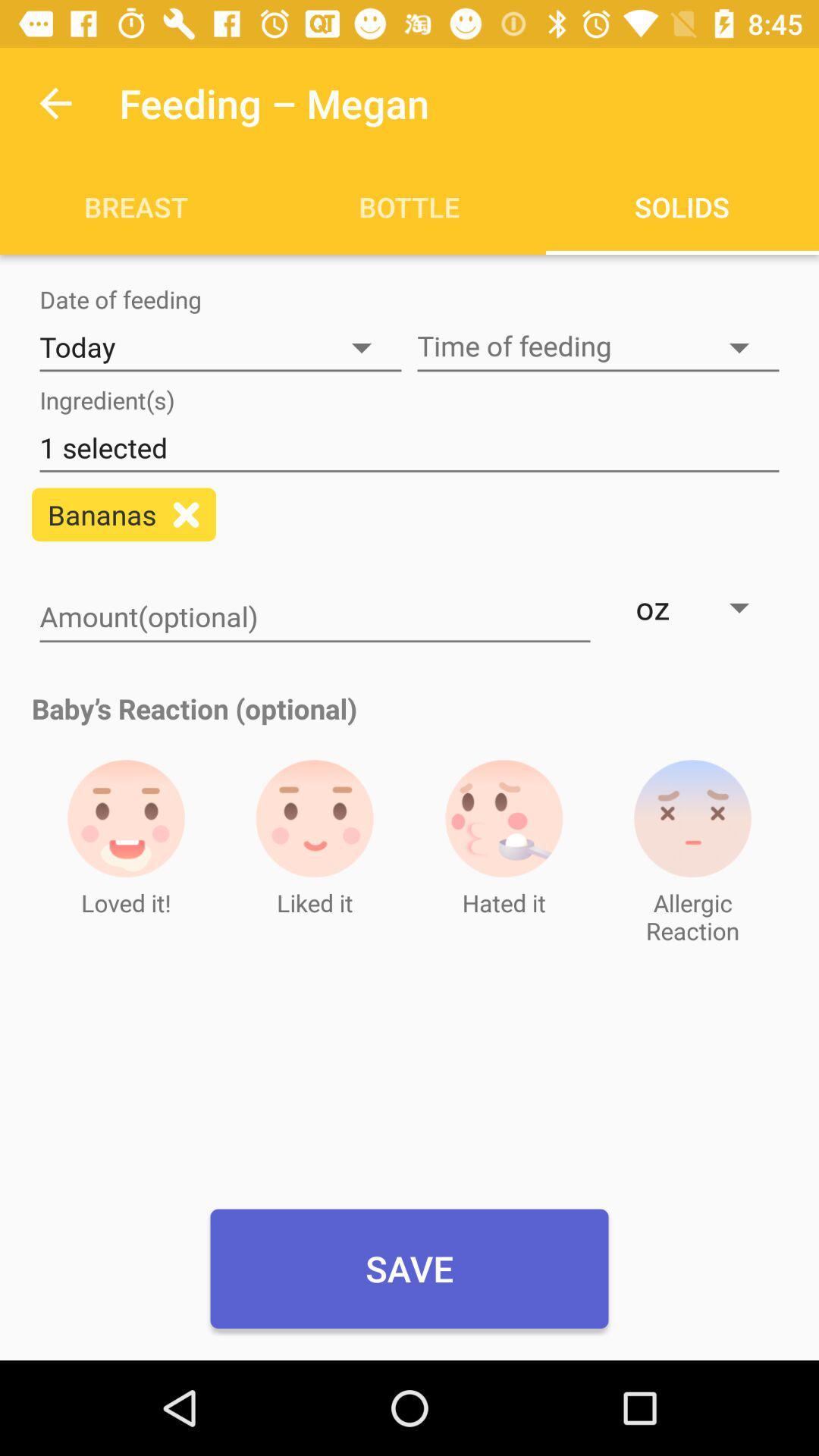 The image size is (819, 1456). Describe the element at coordinates (55, 102) in the screenshot. I see `item above breast icon` at that location.